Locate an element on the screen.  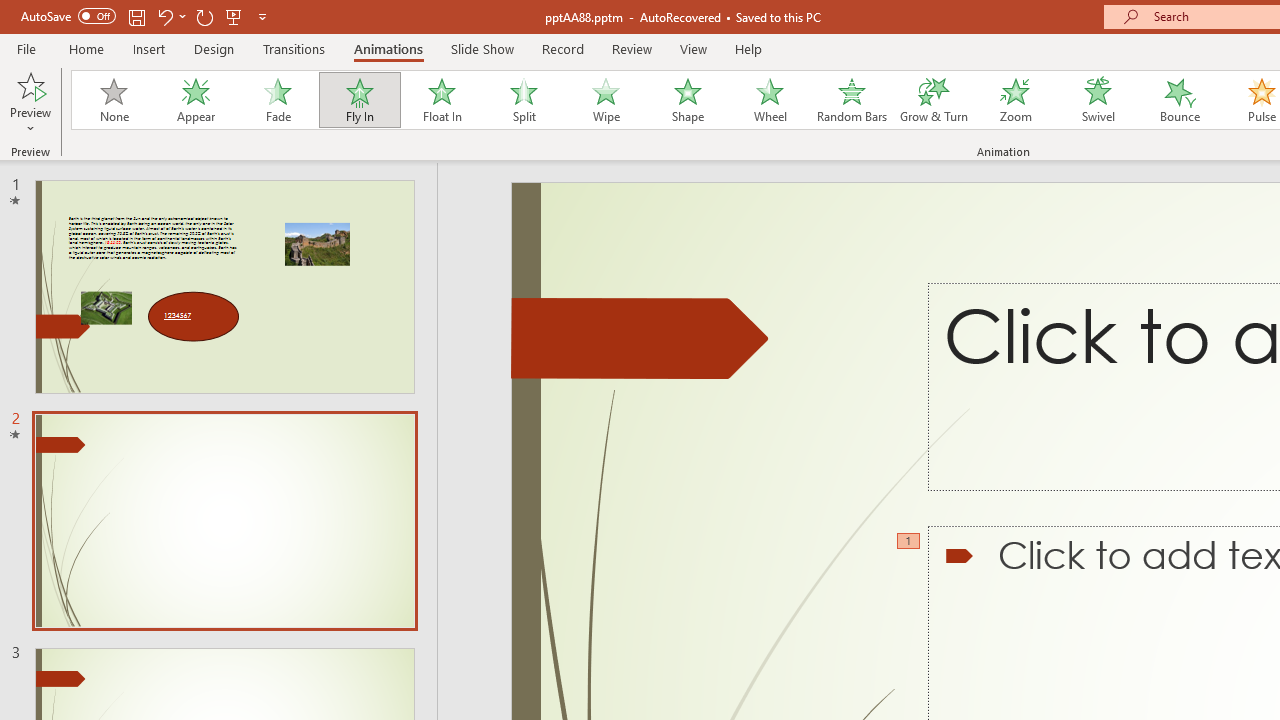
'Random Bars' is located at coordinates (852, 100).